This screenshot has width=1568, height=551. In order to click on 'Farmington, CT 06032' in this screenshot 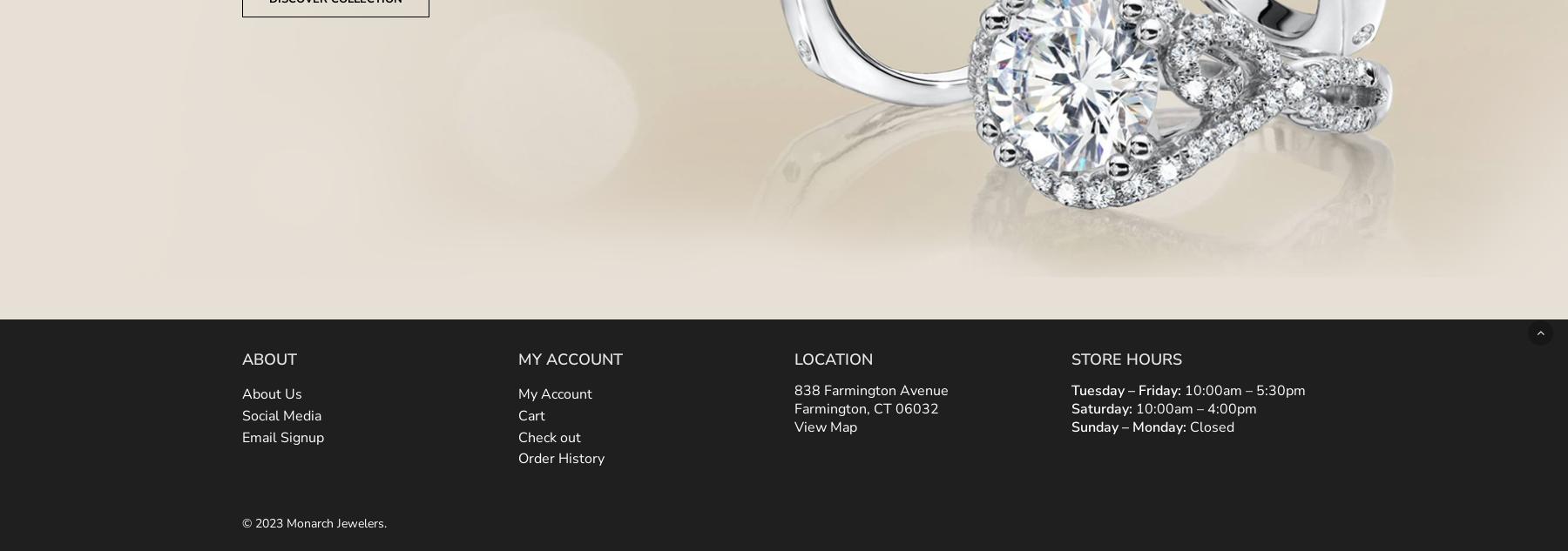, I will do `click(866, 407)`.